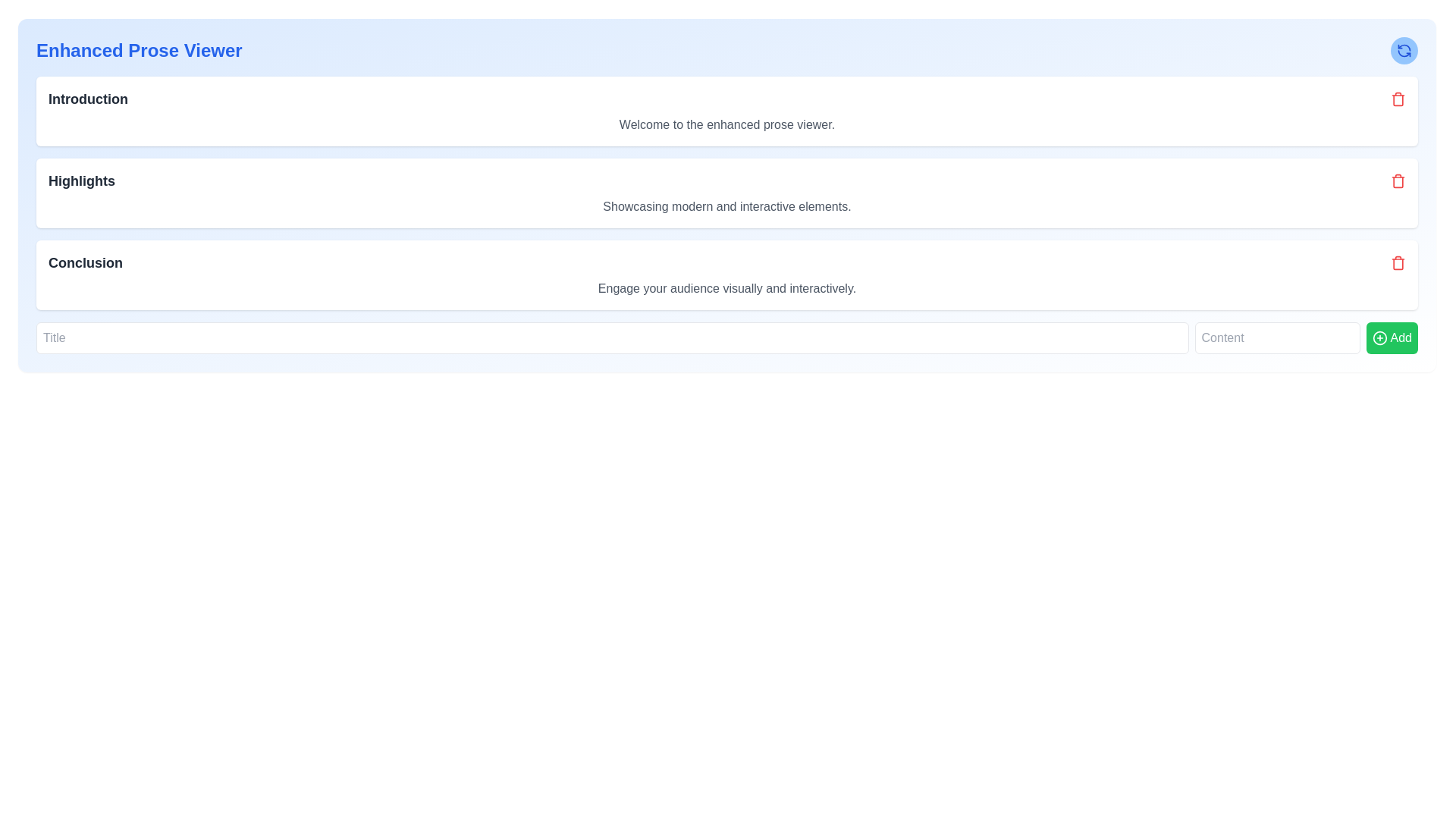  What do you see at coordinates (1397, 99) in the screenshot?
I see `the delete button located in the top-right corner of the 'Introduction' row` at bounding box center [1397, 99].